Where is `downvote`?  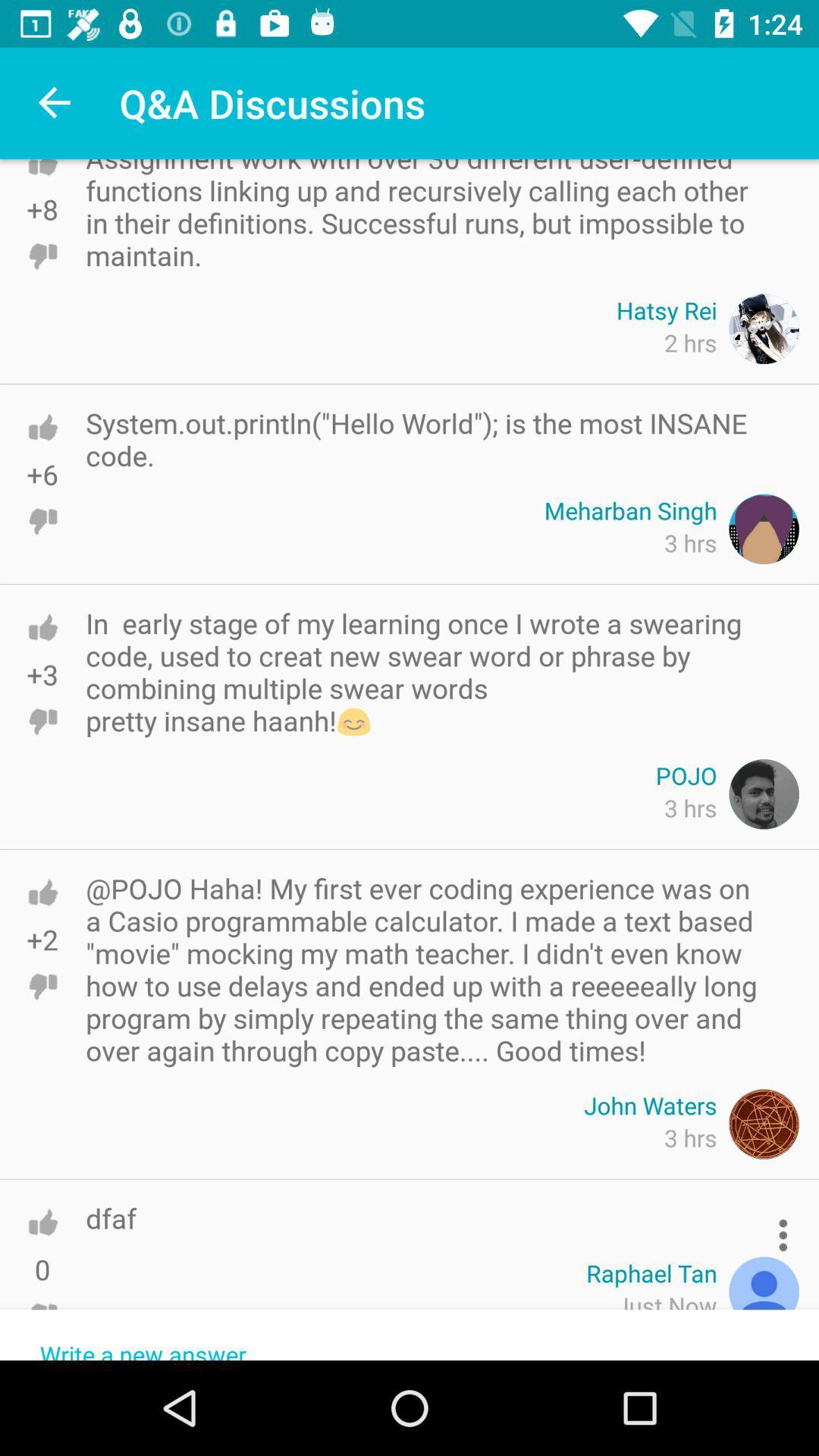
downvote is located at coordinates (42, 521).